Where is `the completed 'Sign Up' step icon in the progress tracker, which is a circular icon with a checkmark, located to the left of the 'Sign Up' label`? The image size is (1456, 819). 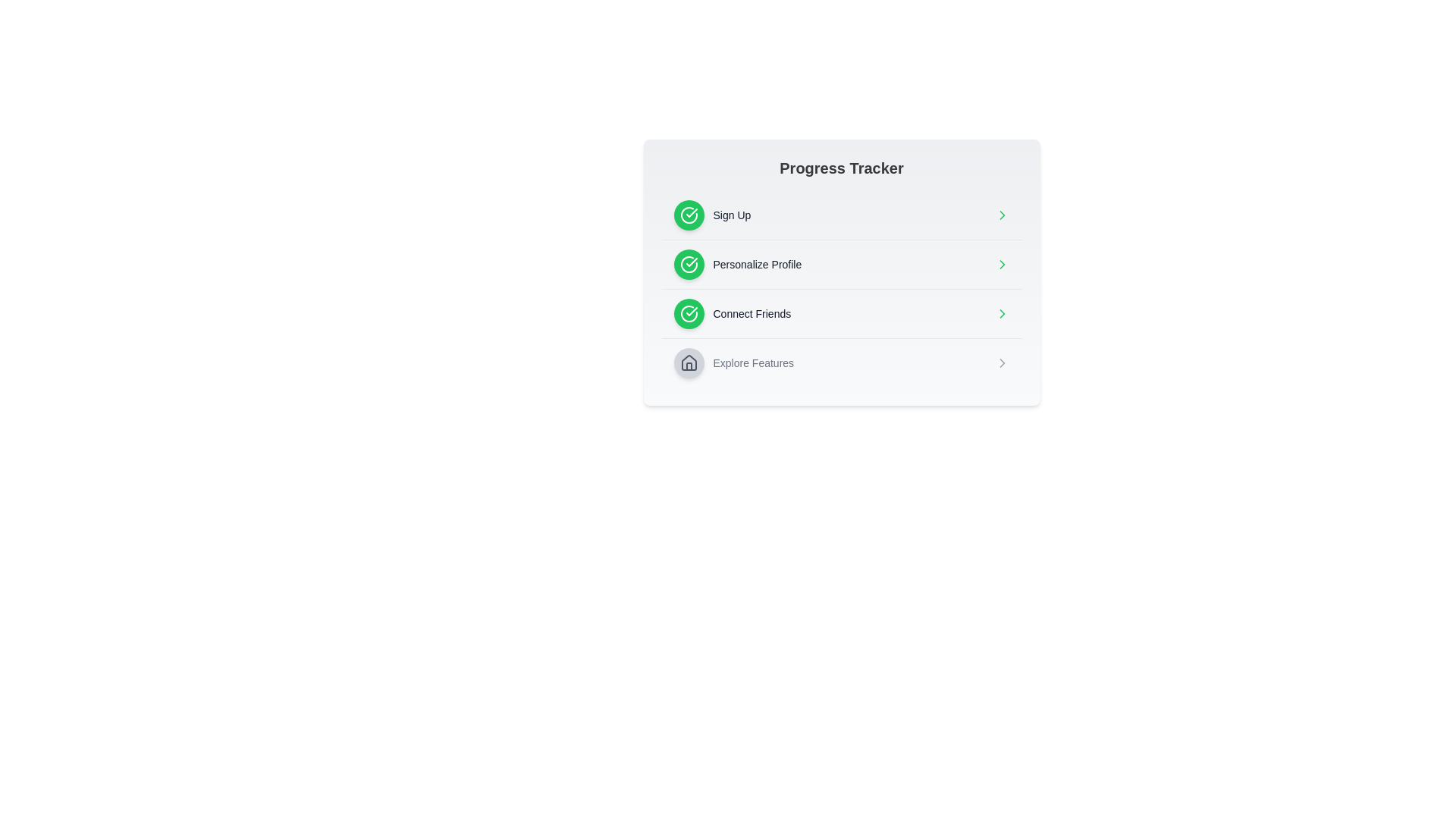
the completed 'Sign Up' step icon in the progress tracker, which is a circular icon with a checkmark, located to the left of the 'Sign Up' label is located at coordinates (691, 262).